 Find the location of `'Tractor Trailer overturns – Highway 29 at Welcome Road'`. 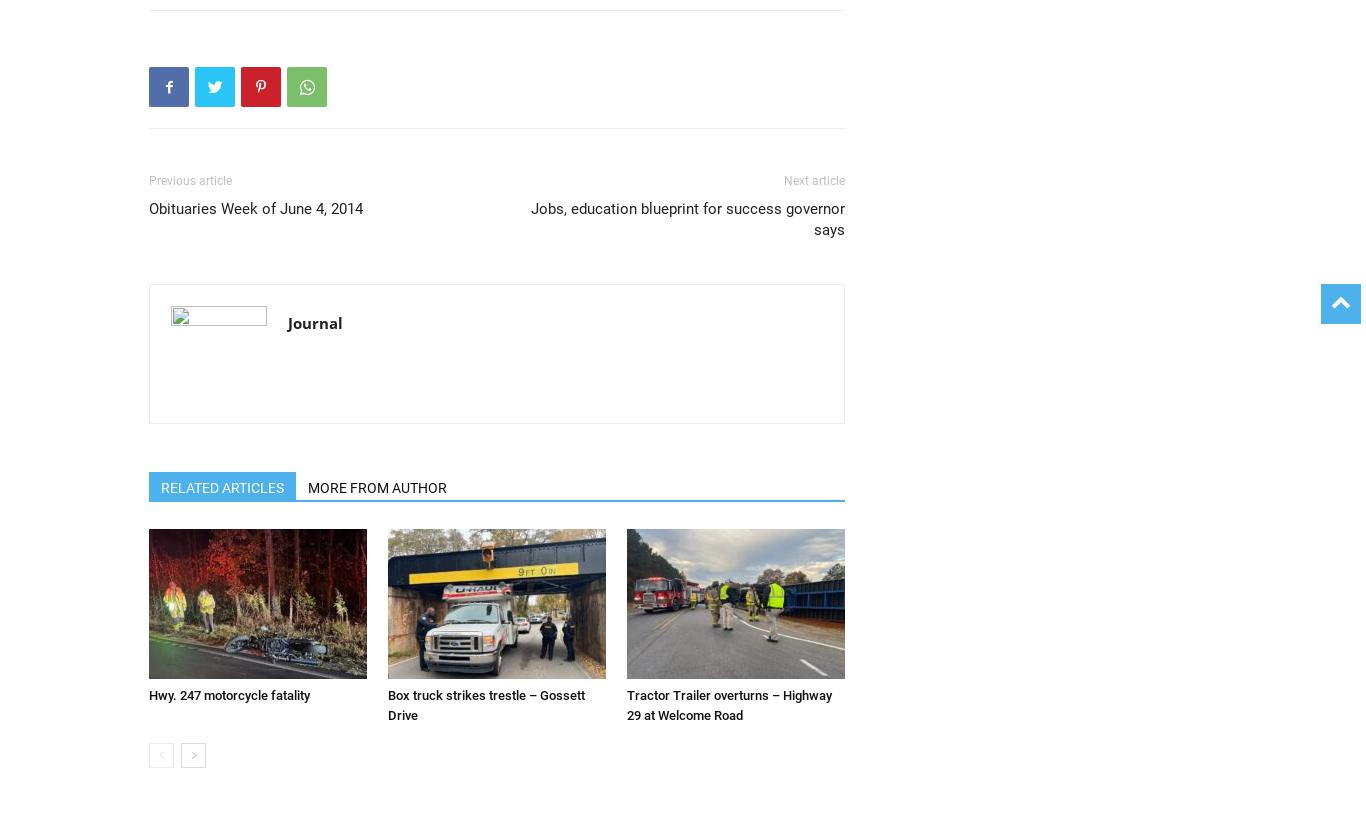

'Tractor Trailer overturns – Highway 29 at Welcome Road' is located at coordinates (729, 705).